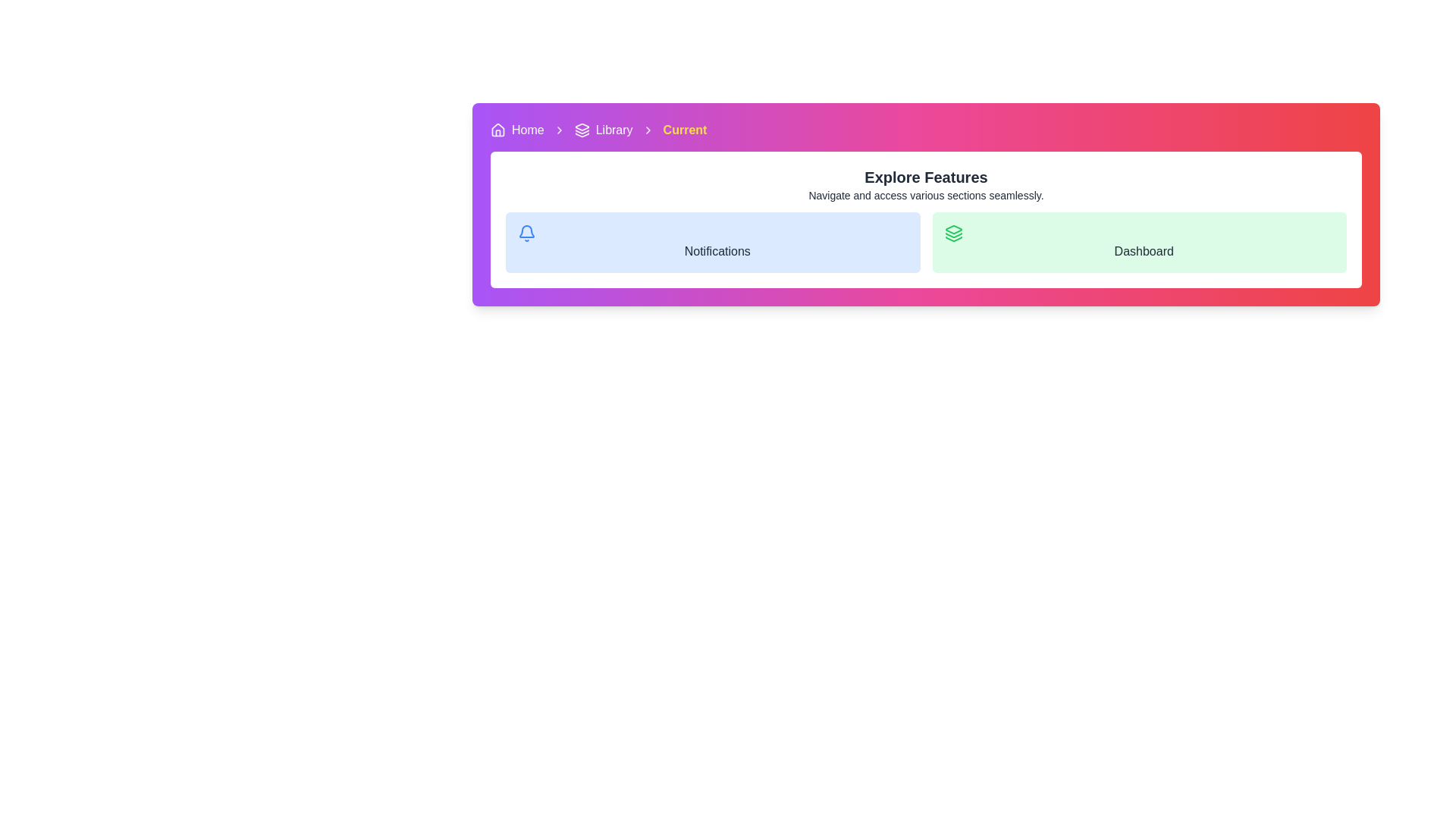 Image resolution: width=1456 pixels, height=819 pixels. I want to click on the 'Home' clickable link in the top navigation bar, so click(528, 130).